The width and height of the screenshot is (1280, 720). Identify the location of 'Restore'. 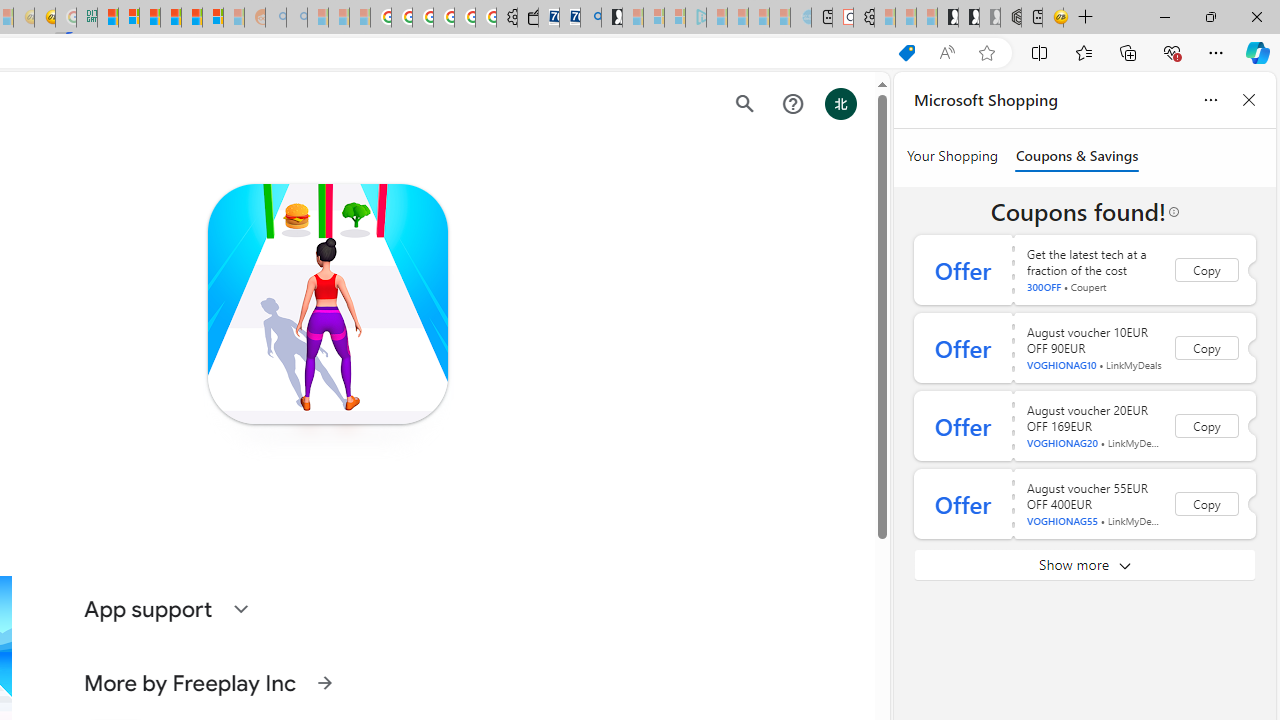
(1209, 16).